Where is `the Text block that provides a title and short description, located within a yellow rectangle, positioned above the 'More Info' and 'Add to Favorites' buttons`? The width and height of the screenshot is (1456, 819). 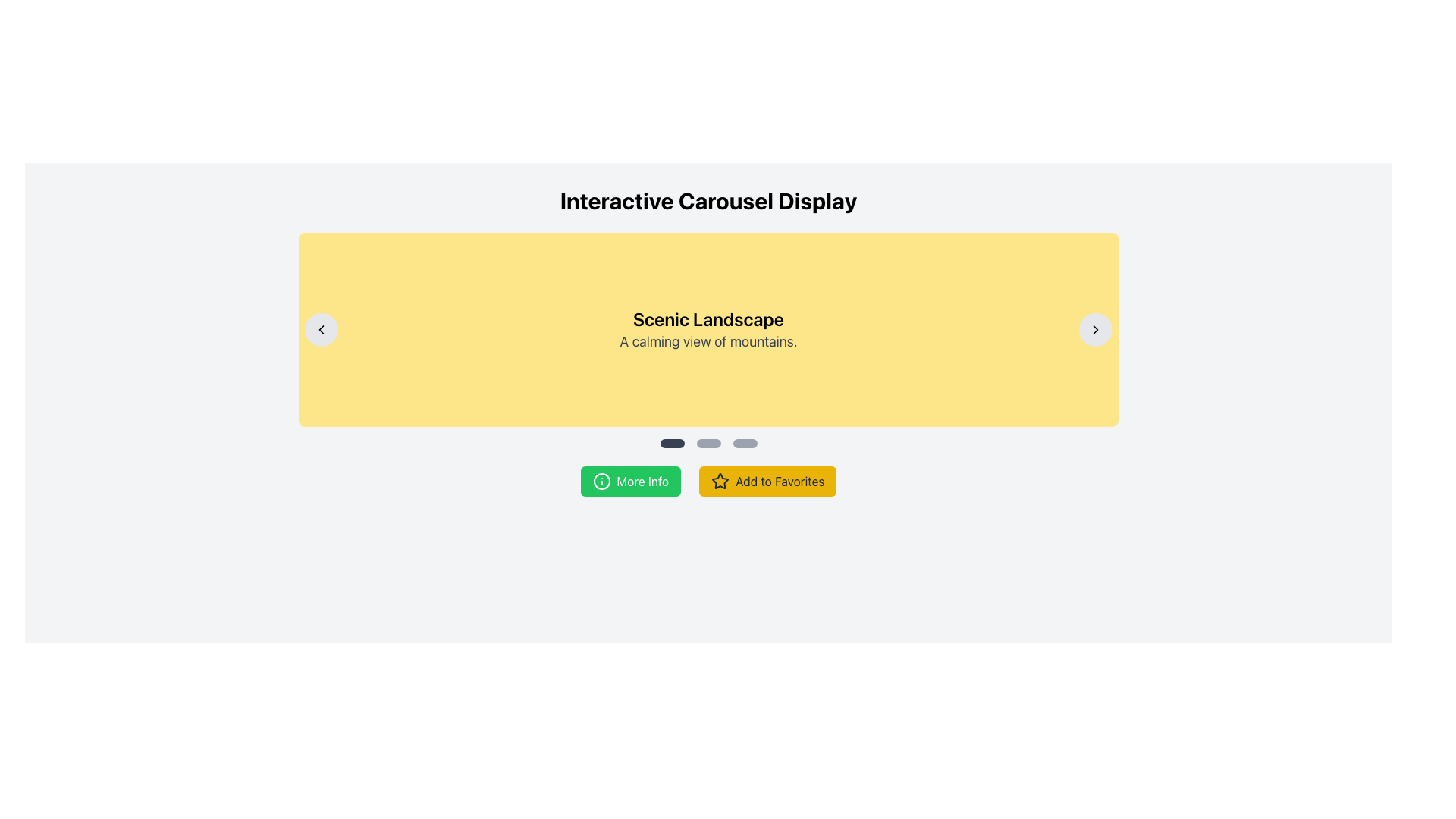 the Text block that provides a title and short description, located within a yellow rectangle, positioned above the 'More Info' and 'Add to Favorites' buttons is located at coordinates (708, 329).